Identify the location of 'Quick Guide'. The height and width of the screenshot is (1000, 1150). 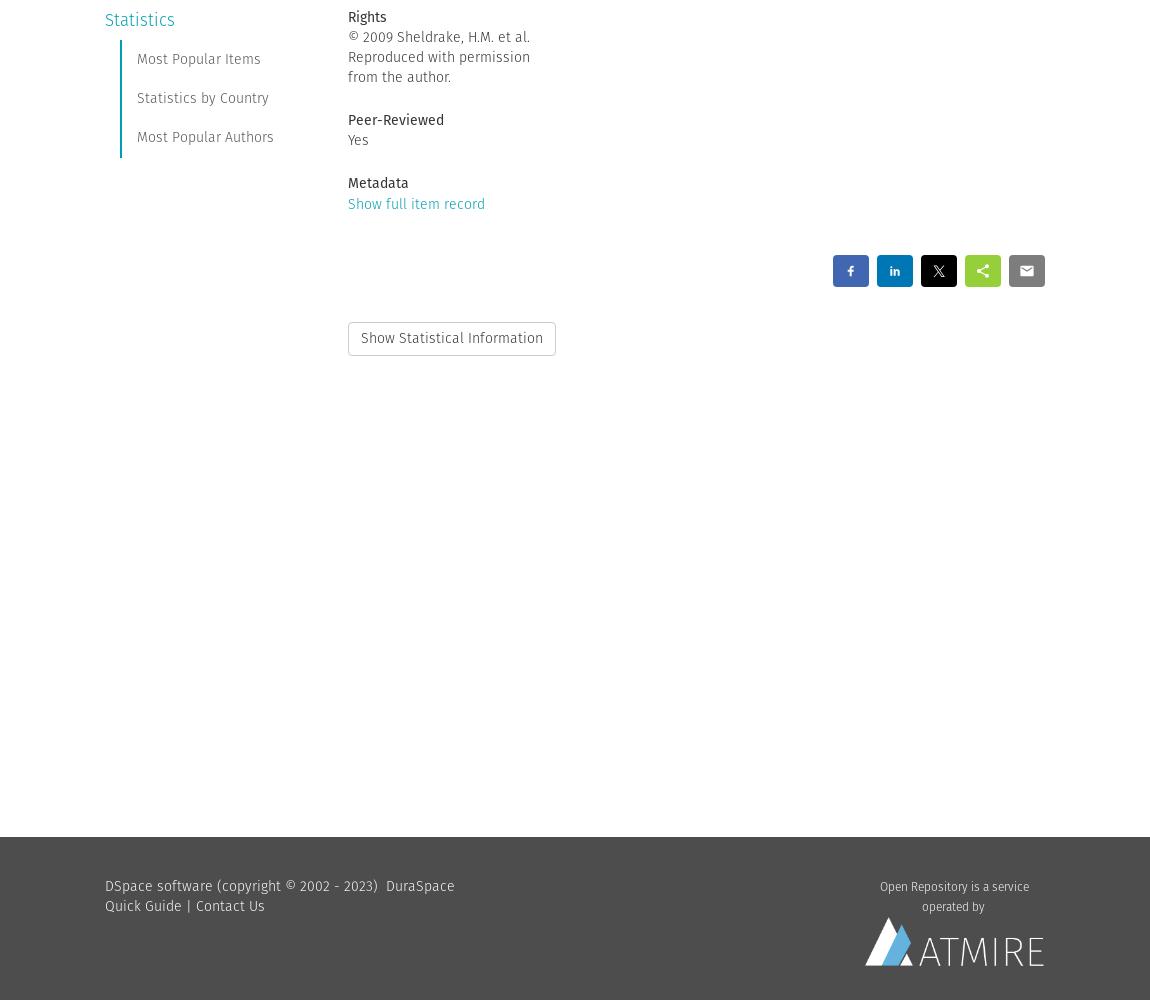
(142, 905).